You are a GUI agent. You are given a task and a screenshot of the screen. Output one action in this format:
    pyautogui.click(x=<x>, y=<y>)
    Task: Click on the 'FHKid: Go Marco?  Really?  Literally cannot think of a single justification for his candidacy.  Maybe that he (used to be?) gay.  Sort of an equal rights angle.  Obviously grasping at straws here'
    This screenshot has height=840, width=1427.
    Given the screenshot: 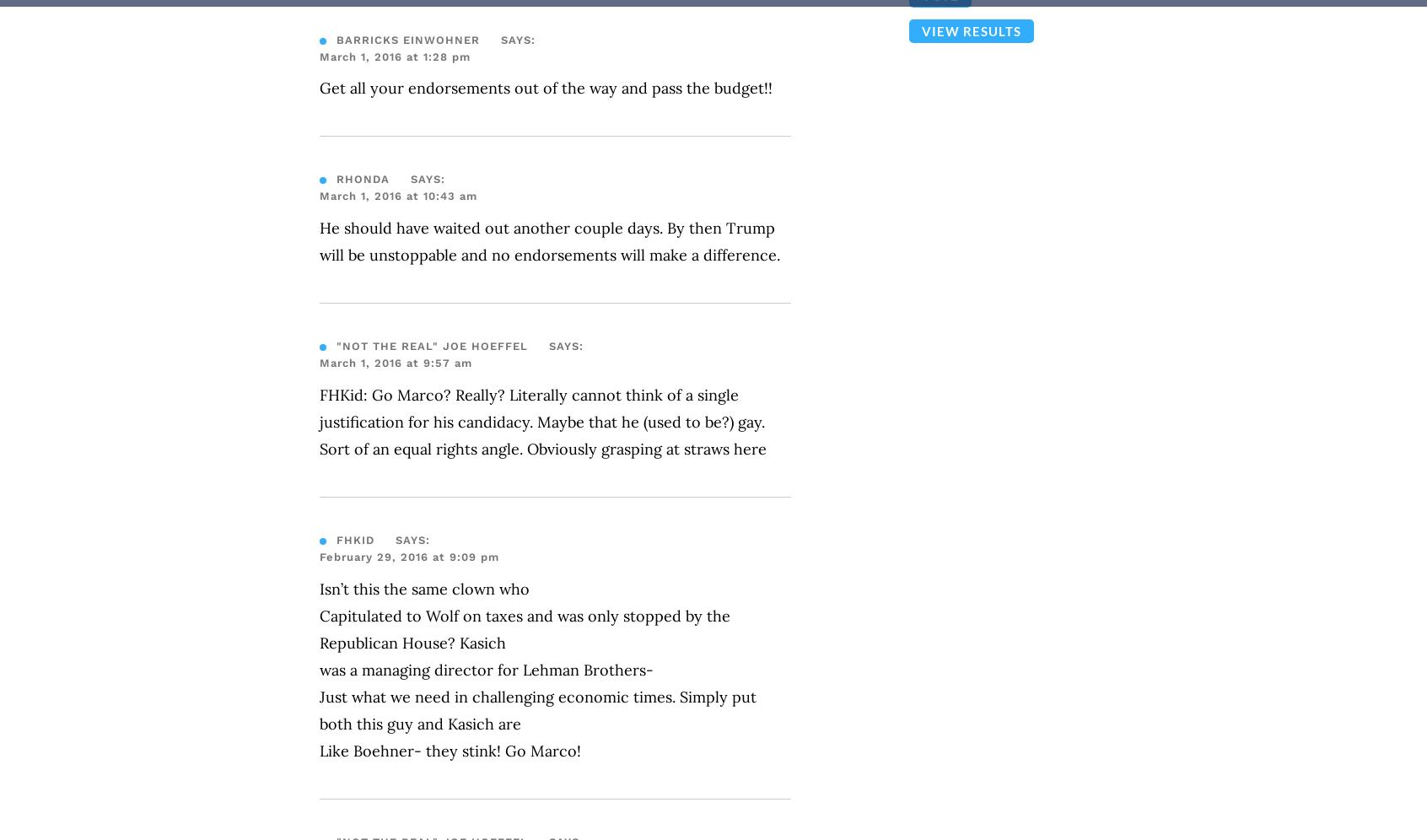 What is the action you would take?
    pyautogui.click(x=542, y=422)
    